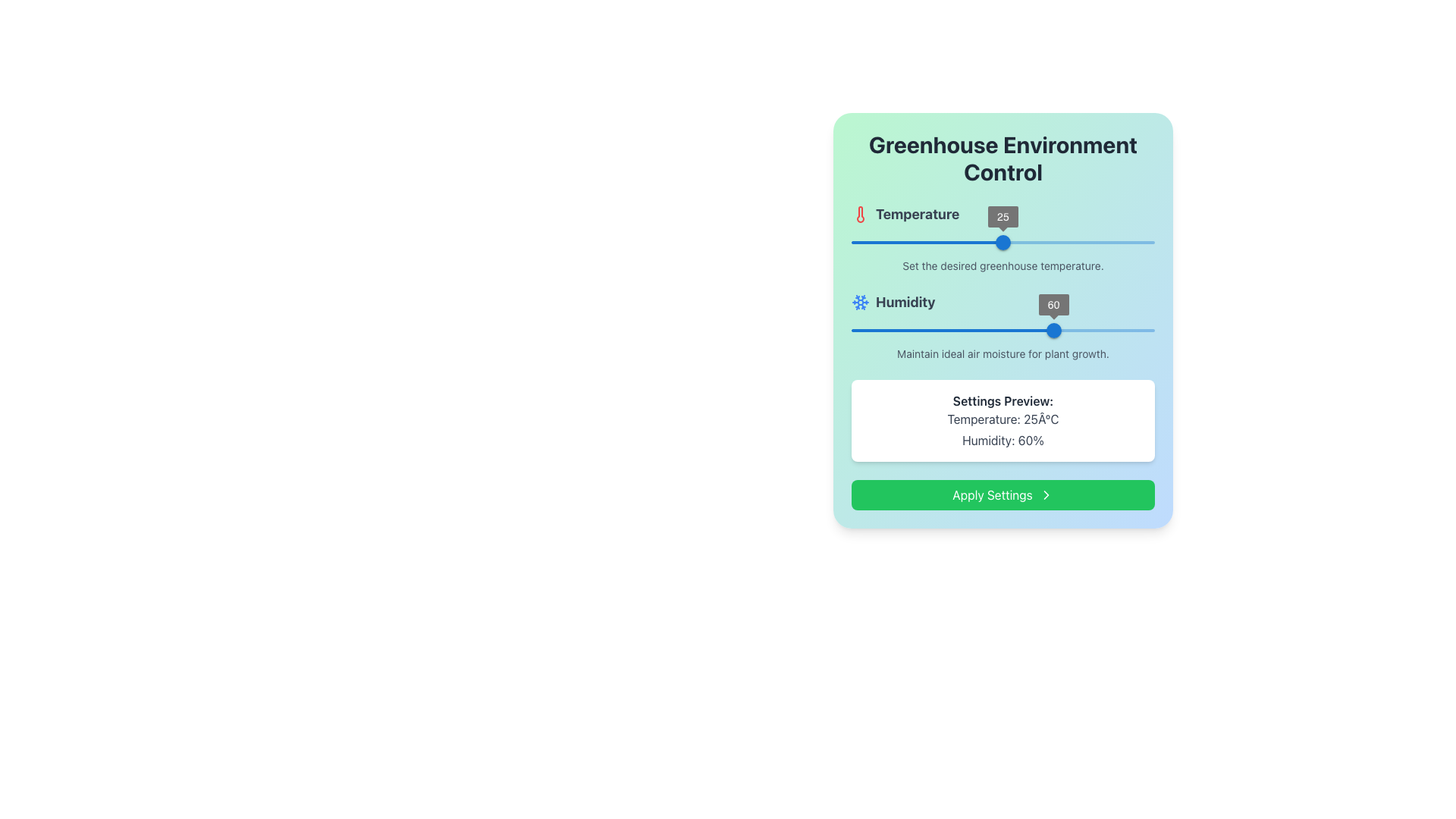 The height and width of the screenshot is (819, 1456). What do you see at coordinates (1003, 239) in the screenshot?
I see `the thermometer icon located in the 'Greenhouse Environment Control' panel to get additional information about the temperature setting` at bounding box center [1003, 239].